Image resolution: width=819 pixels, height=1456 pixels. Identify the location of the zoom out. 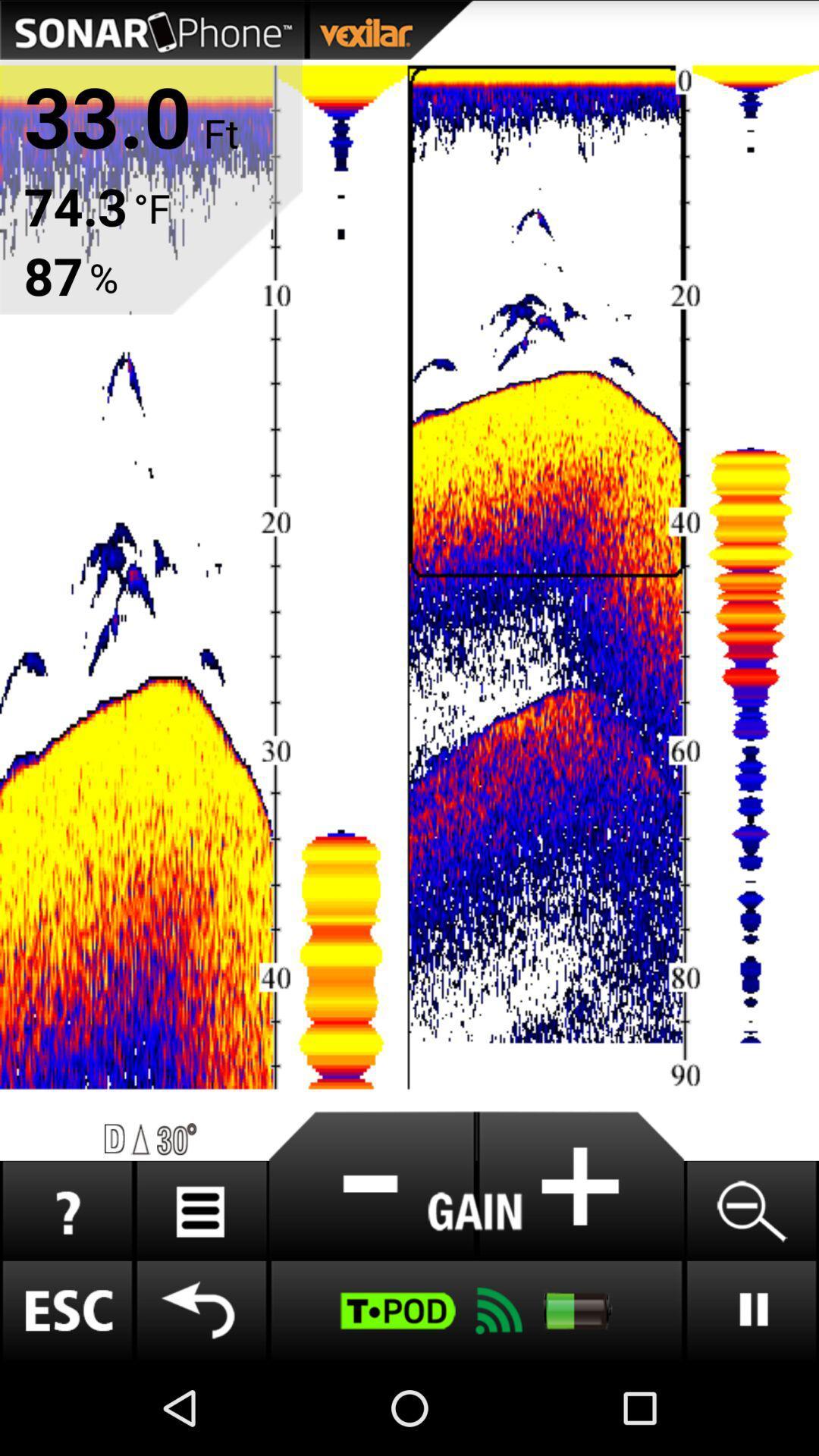
(751, 1210).